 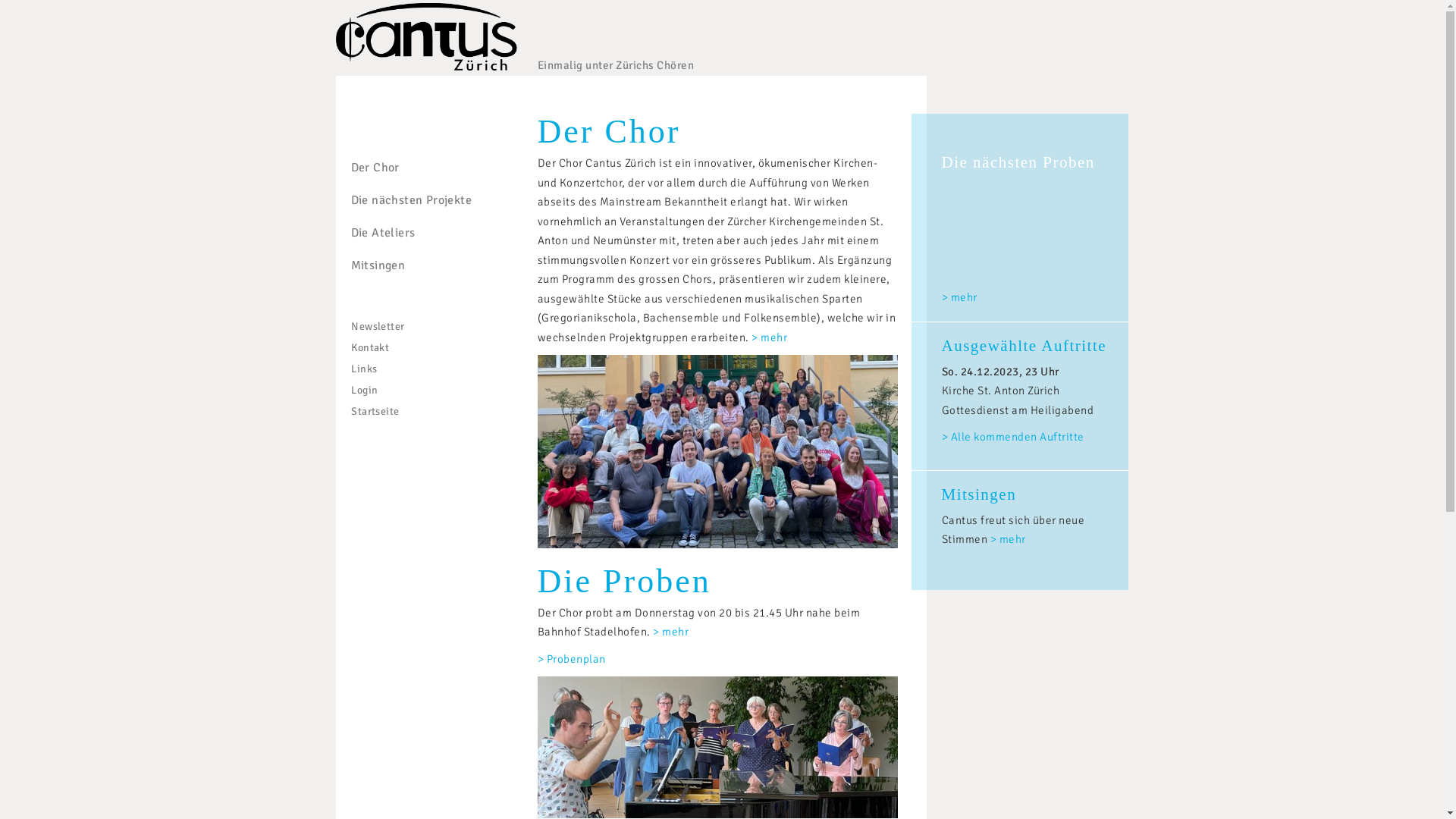 What do you see at coordinates (341, 389) in the screenshot?
I see `'Login'` at bounding box center [341, 389].